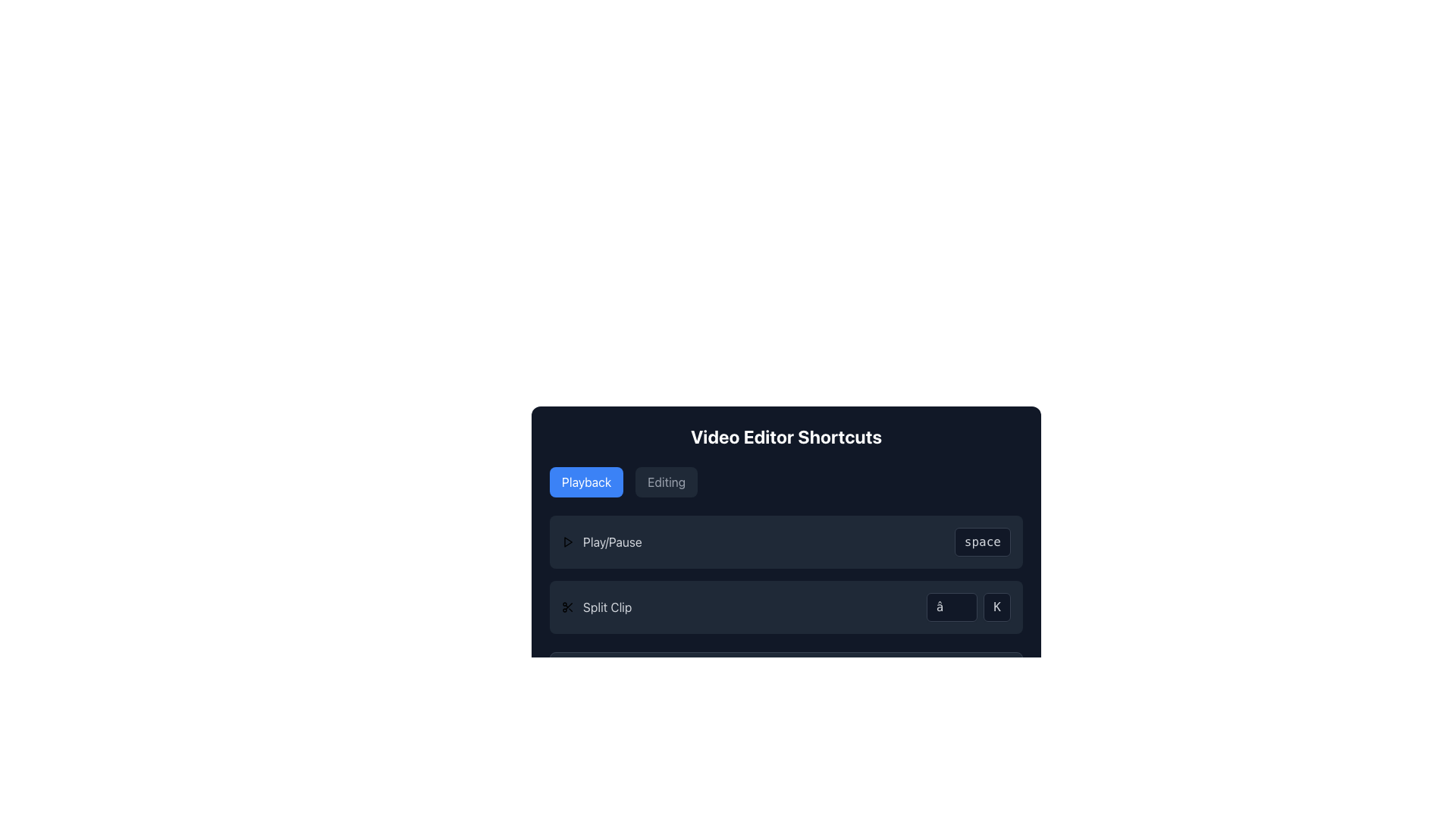  Describe the element at coordinates (786, 575) in the screenshot. I see `the displayed shortcuts in the 'Video Editor Shortcuts' section, specifically the shortcuts for 'Play/Pause' and 'Split Clip'` at that location.